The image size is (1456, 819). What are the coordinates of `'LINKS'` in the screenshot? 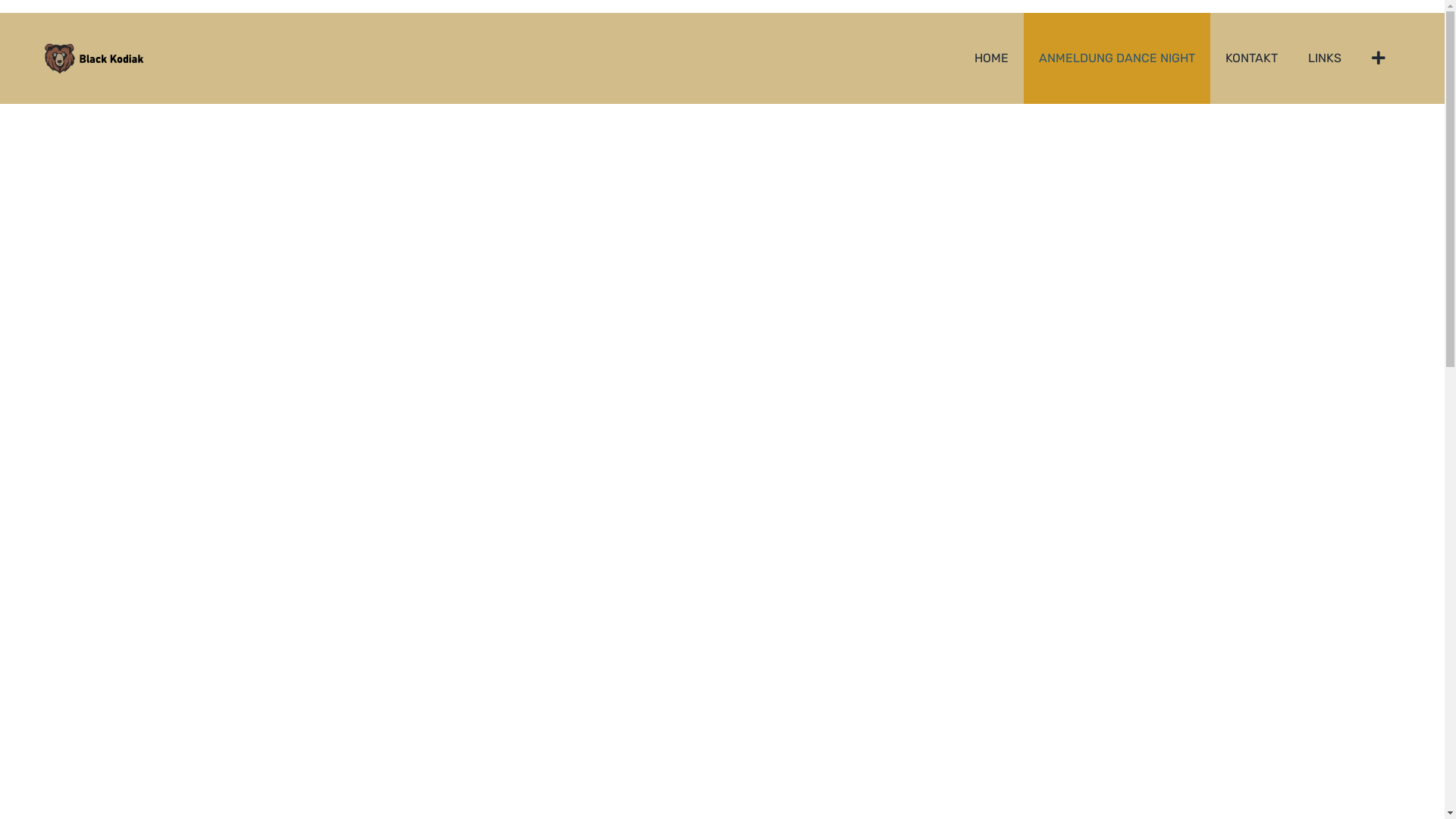 It's located at (1291, 58).